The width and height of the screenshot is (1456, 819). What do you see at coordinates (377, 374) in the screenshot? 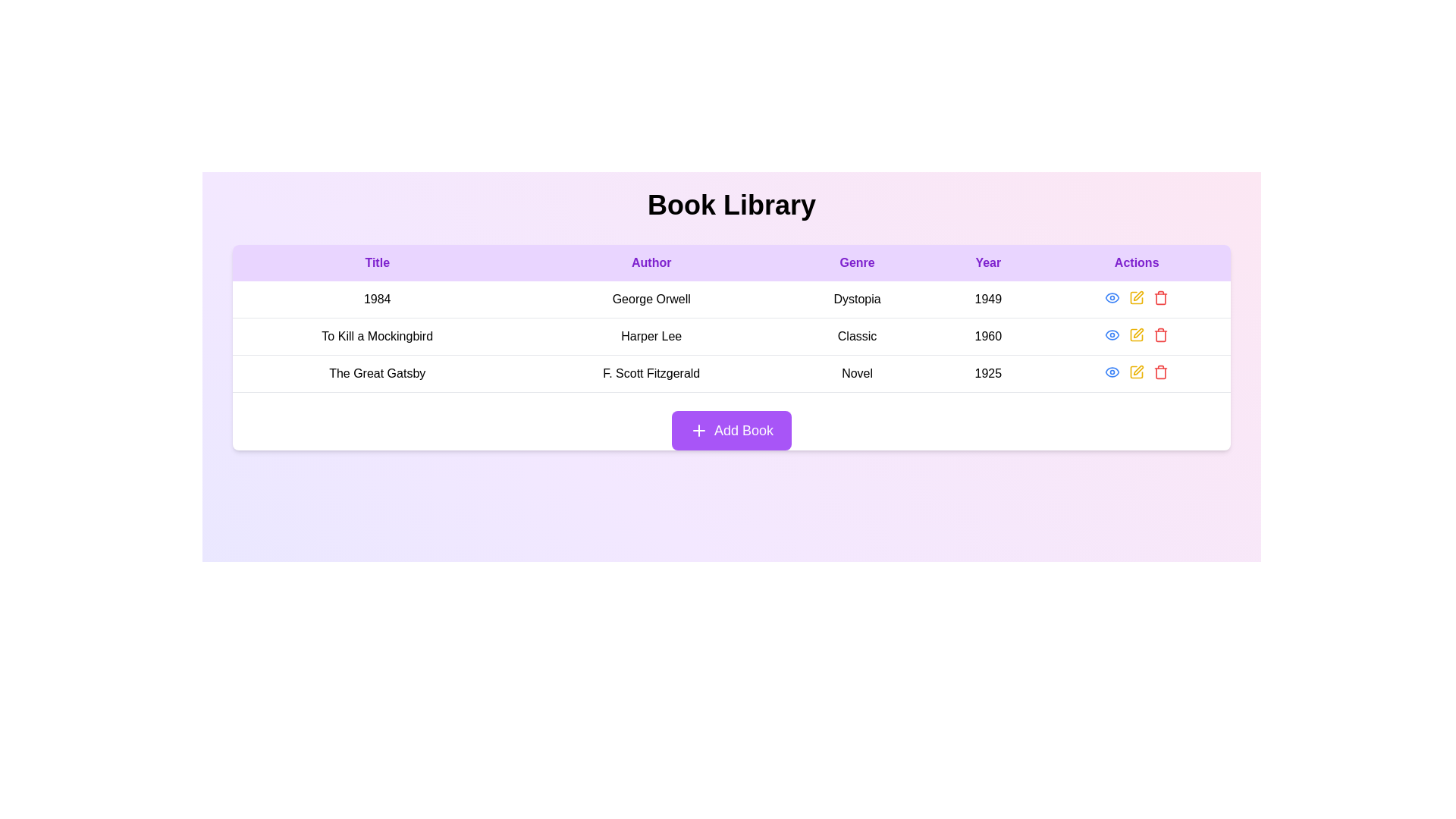
I see `the static text element representing the title 'The Great Gatsby' located in the third row and first column of the table` at bounding box center [377, 374].